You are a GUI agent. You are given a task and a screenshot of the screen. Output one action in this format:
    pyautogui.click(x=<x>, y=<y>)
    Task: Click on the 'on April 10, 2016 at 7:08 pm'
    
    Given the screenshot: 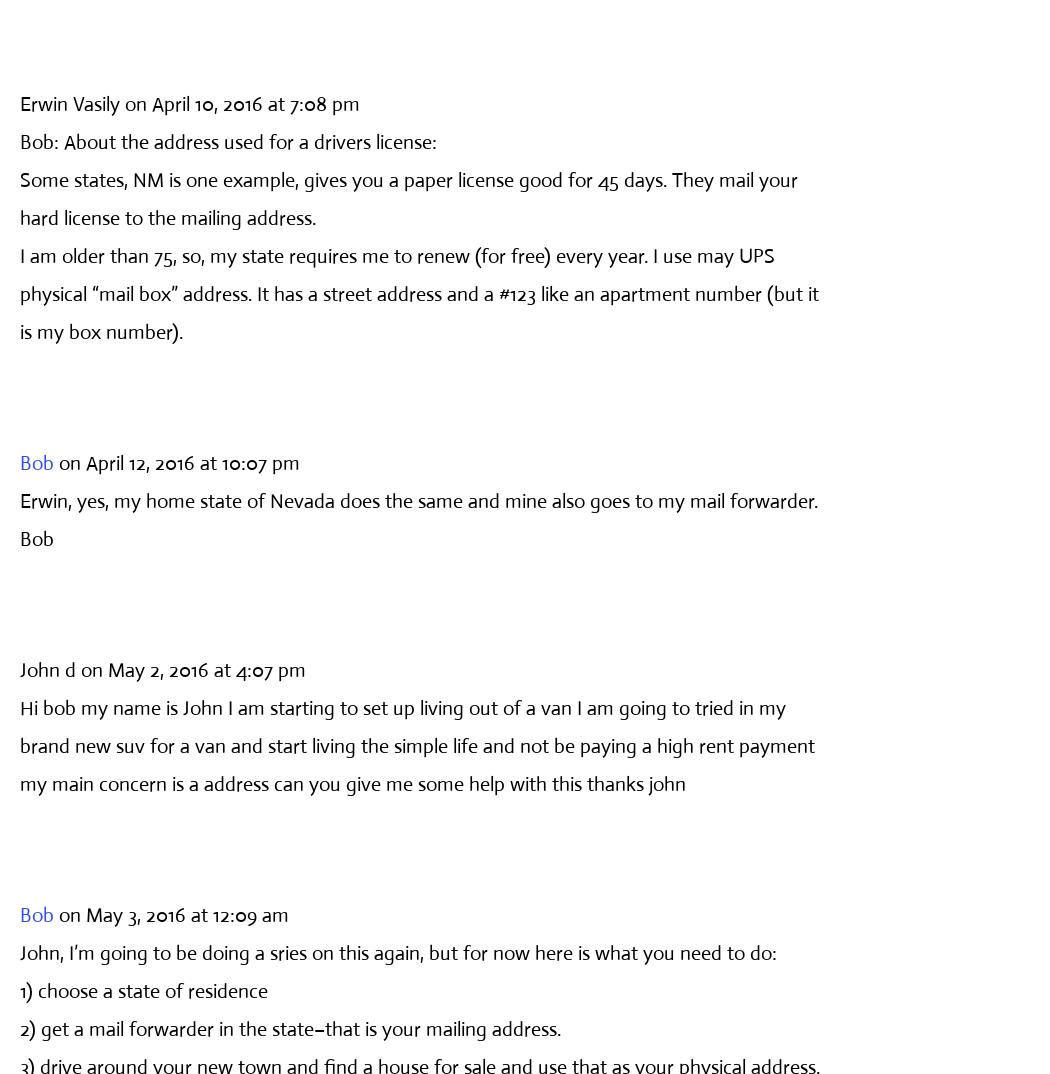 What is the action you would take?
    pyautogui.click(x=242, y=103)
    